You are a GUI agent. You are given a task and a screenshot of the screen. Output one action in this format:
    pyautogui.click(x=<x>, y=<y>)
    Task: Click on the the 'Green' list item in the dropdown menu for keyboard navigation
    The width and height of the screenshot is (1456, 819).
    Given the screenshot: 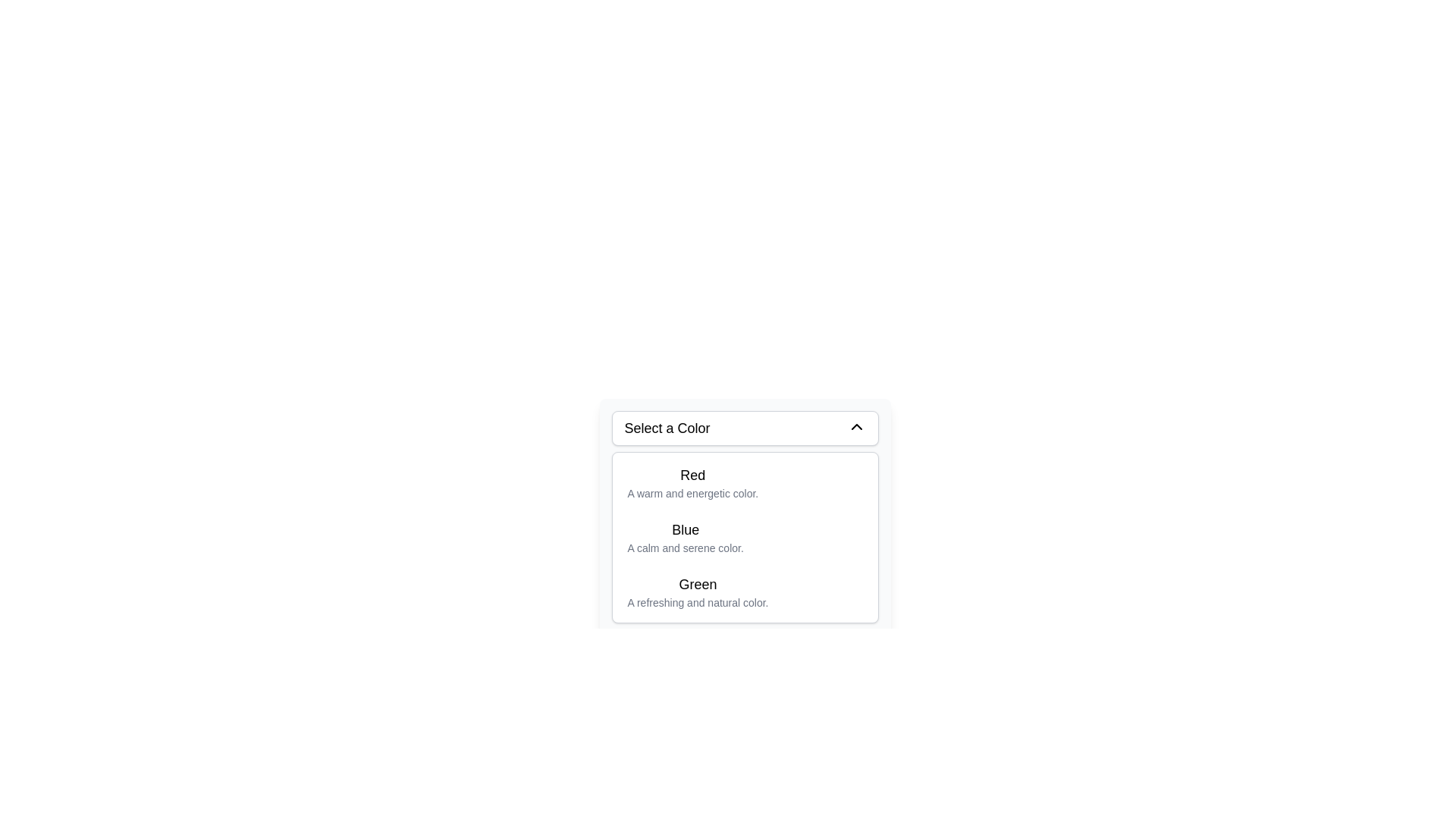 What is the action you would take?
    pyautogui.click(x=745, y=591)
    